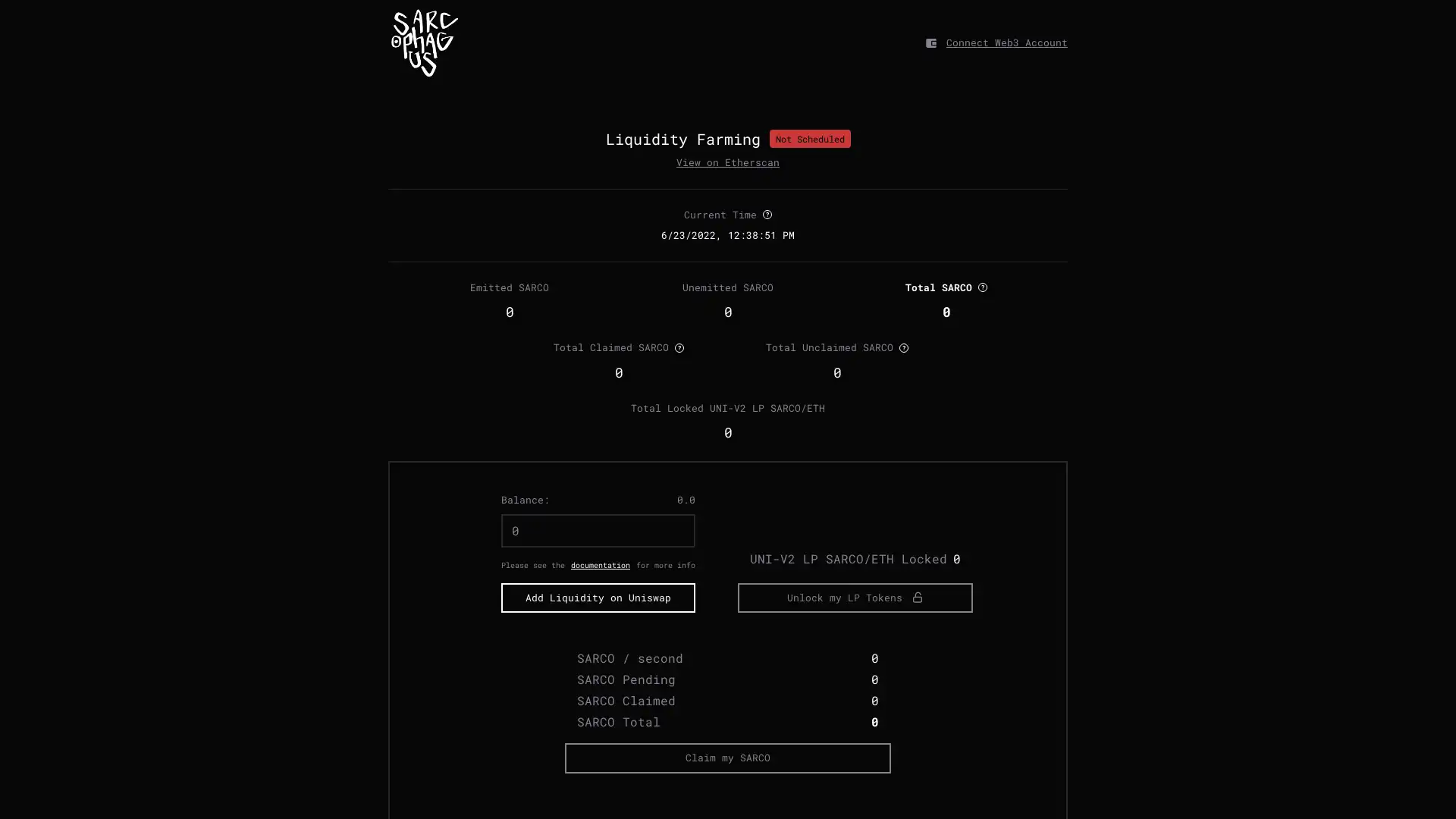 This screenshot has width=1456, height=819. Describe the element at coordinates (1007, 42) in the screenshot. I see `Connect Web3 Account` at that location.